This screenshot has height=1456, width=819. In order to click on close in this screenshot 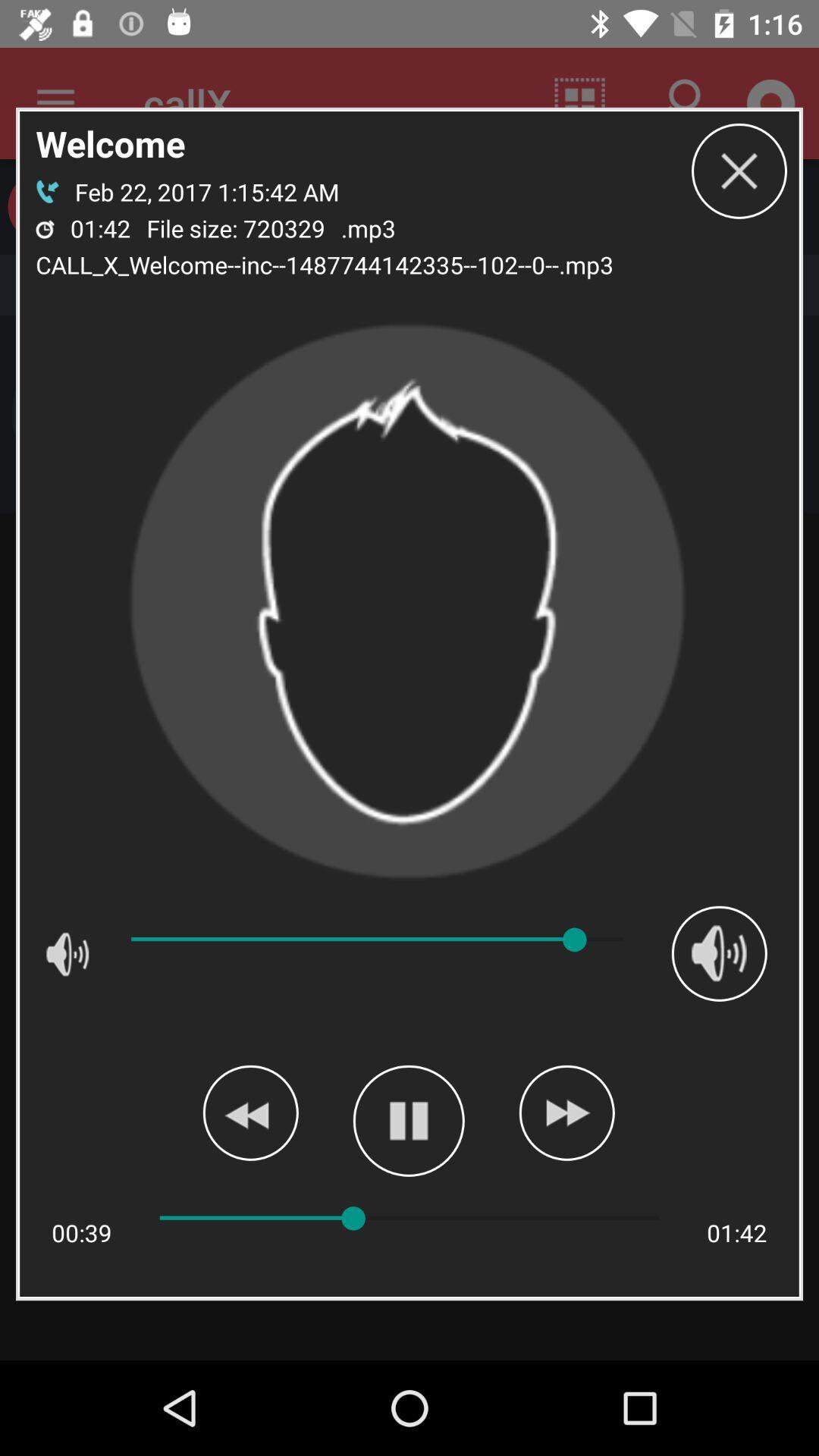, I will do `click(739, 171)`.